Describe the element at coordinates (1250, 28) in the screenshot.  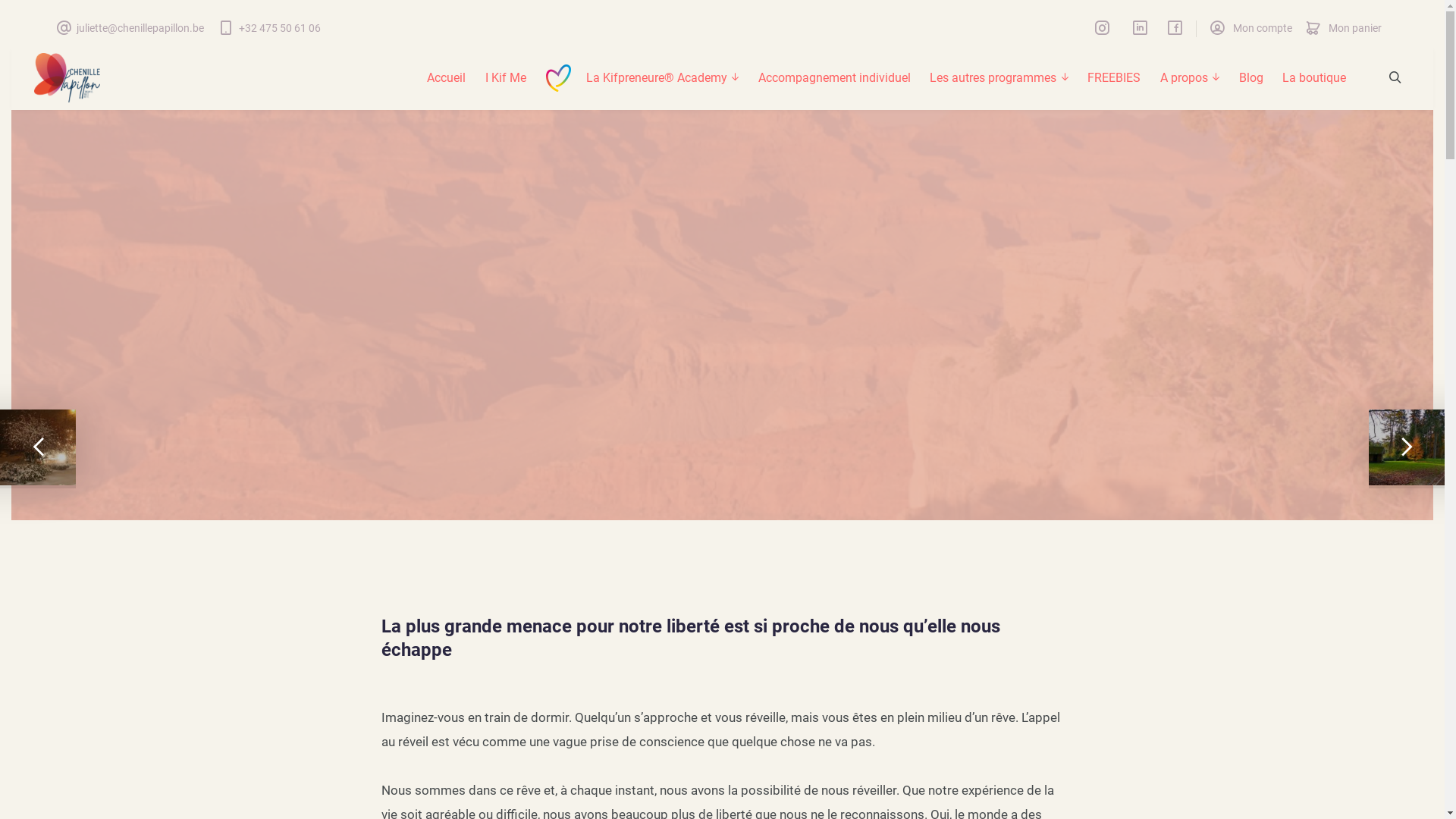
I see `'Mon compte'` at that location.